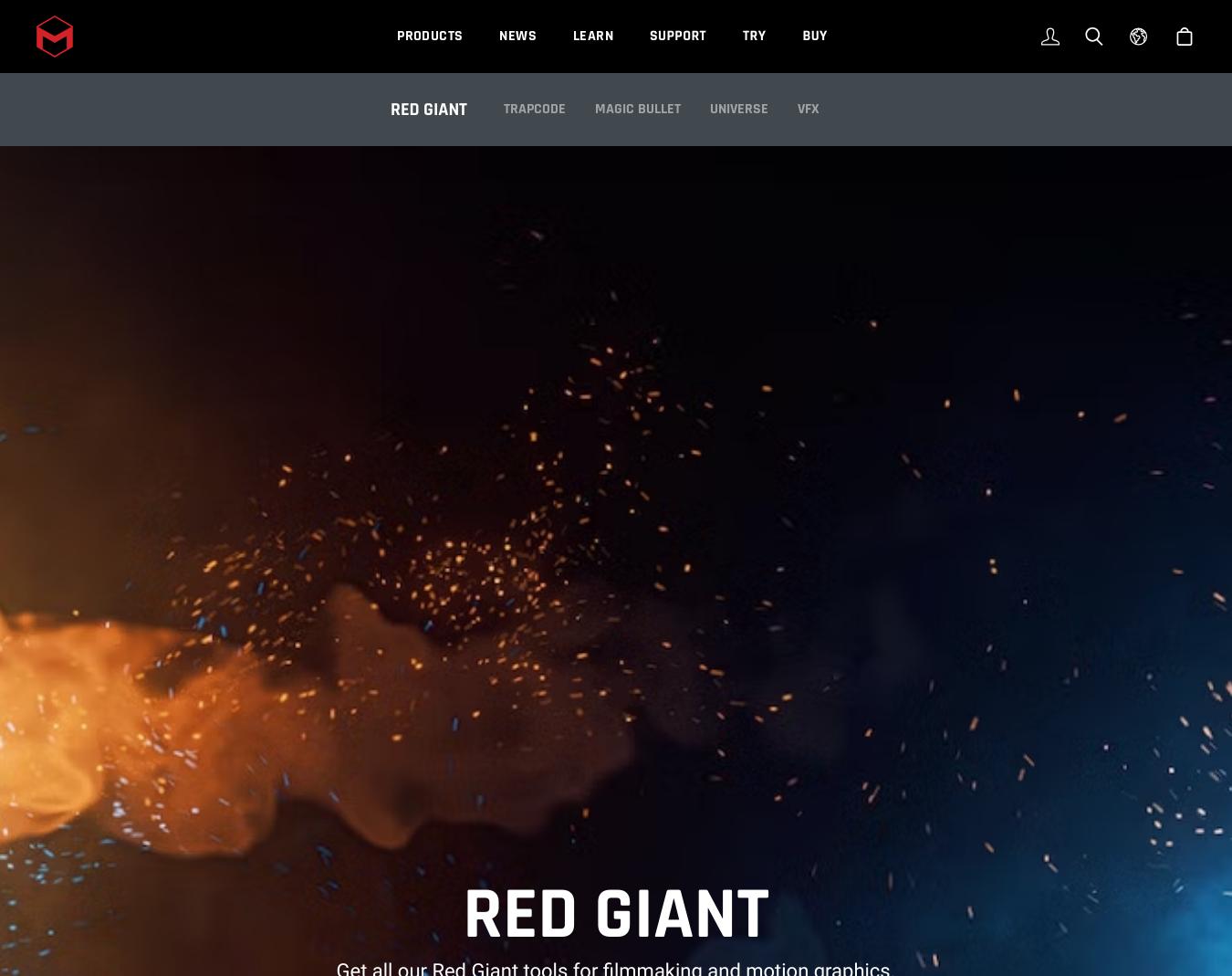  I want to click on 'ZCLASSROOM', so click(614, 27).